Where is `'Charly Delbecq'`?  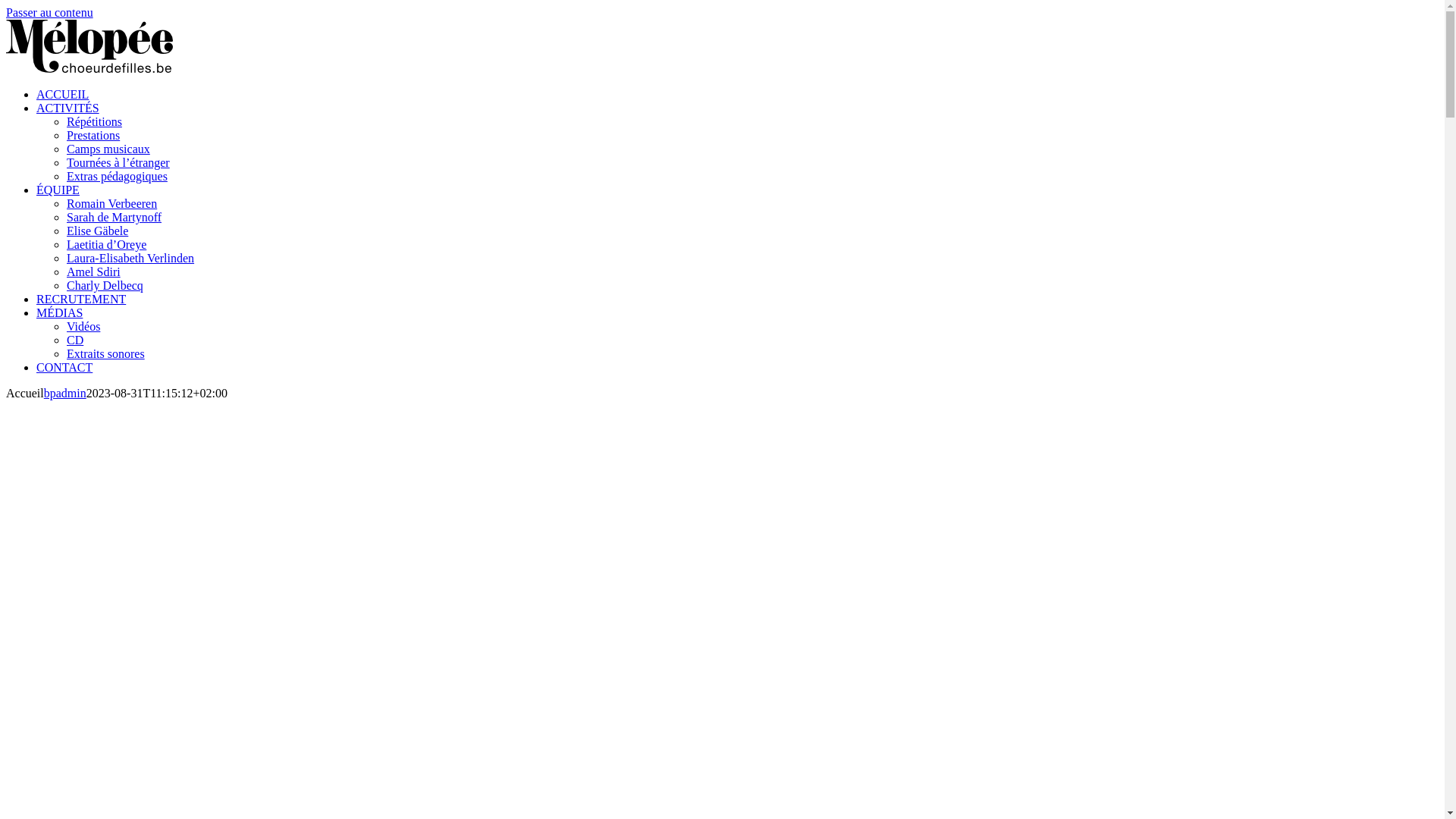
'Charly Delbecq' is located at coordinates (104, 285).